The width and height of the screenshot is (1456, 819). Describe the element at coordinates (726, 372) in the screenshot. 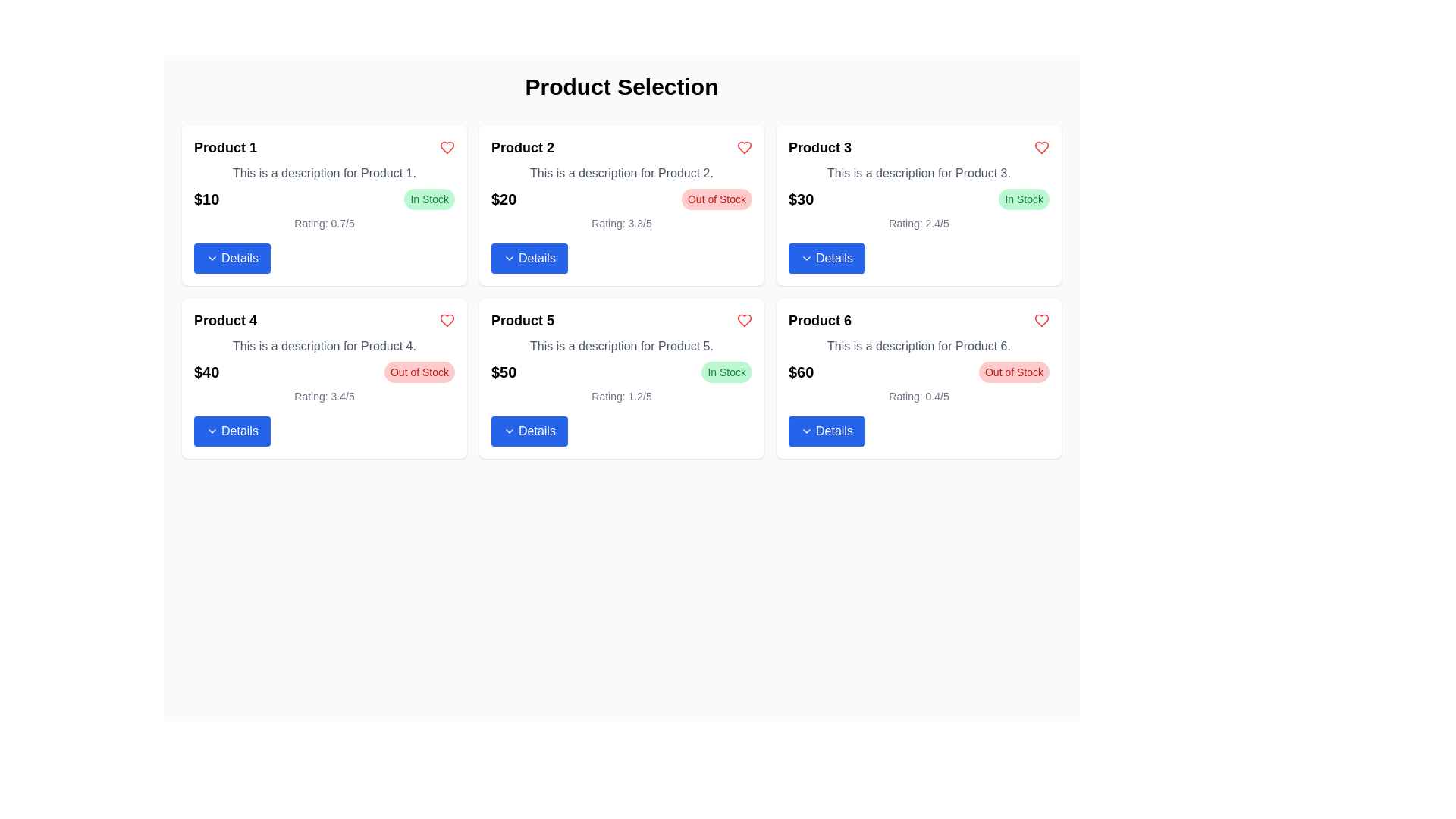

I see `the 'In Stock' label located at the top-right corner of Product 5's card, adjacent to the price '$50'` at that location.